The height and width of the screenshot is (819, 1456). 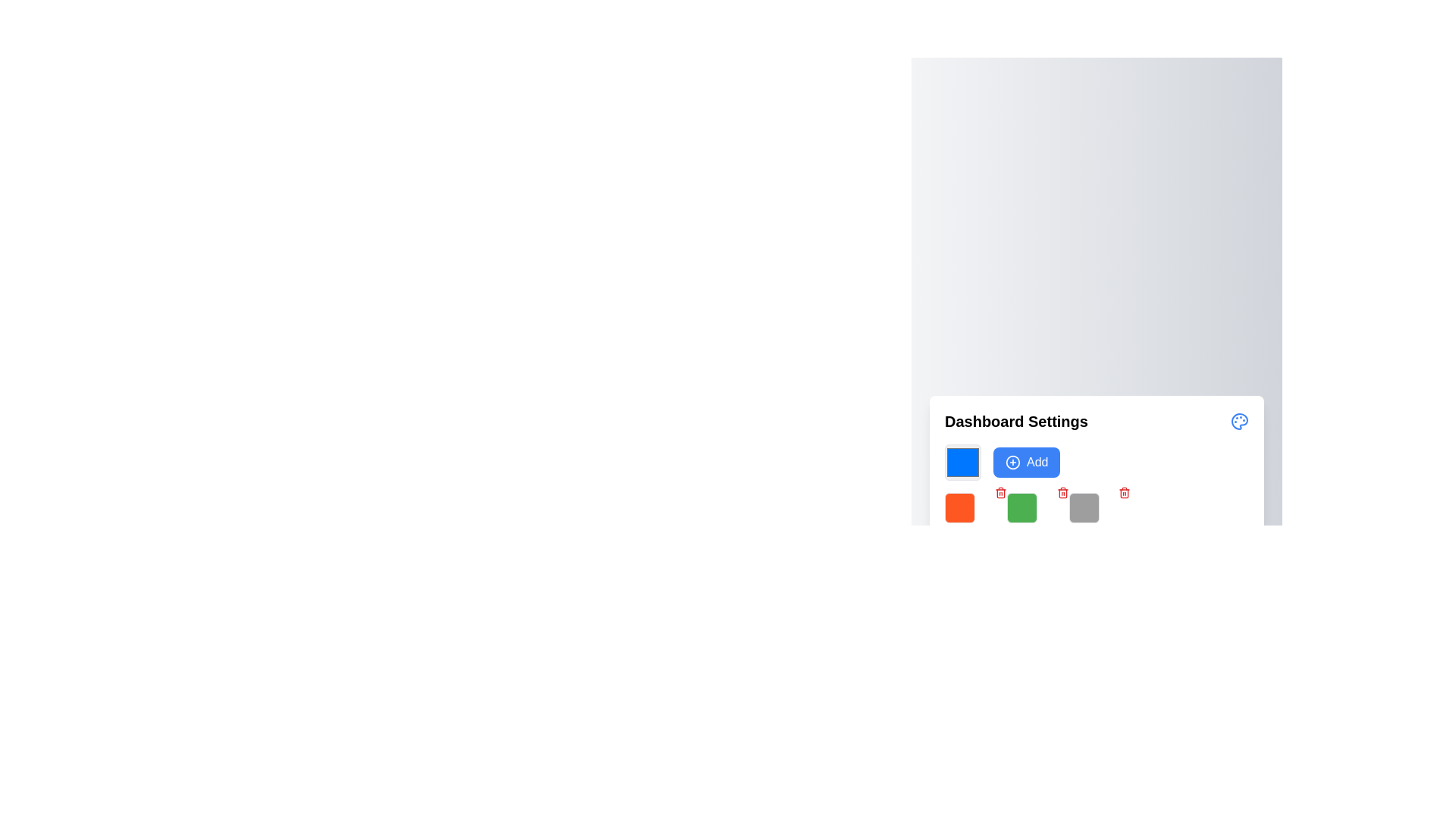 I want to click on the decorative middle vertical rectangle of the trash bin icon located in the 'Dashboard Settings' section, right of the green square, so click(x=1062, y=494).